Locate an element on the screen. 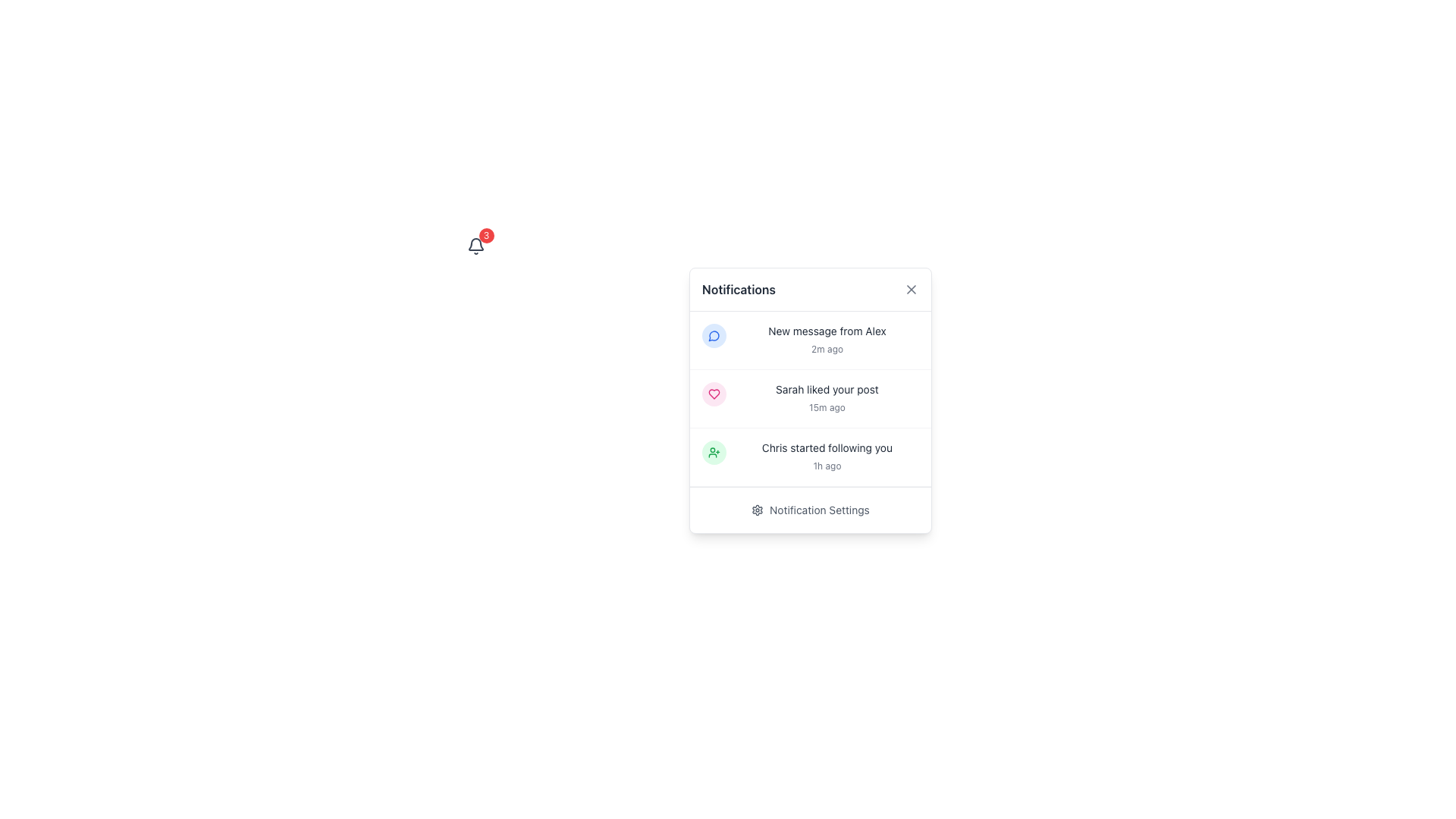  the green-themed action button icon in the notifications menu is located at coordinates (713, 452).